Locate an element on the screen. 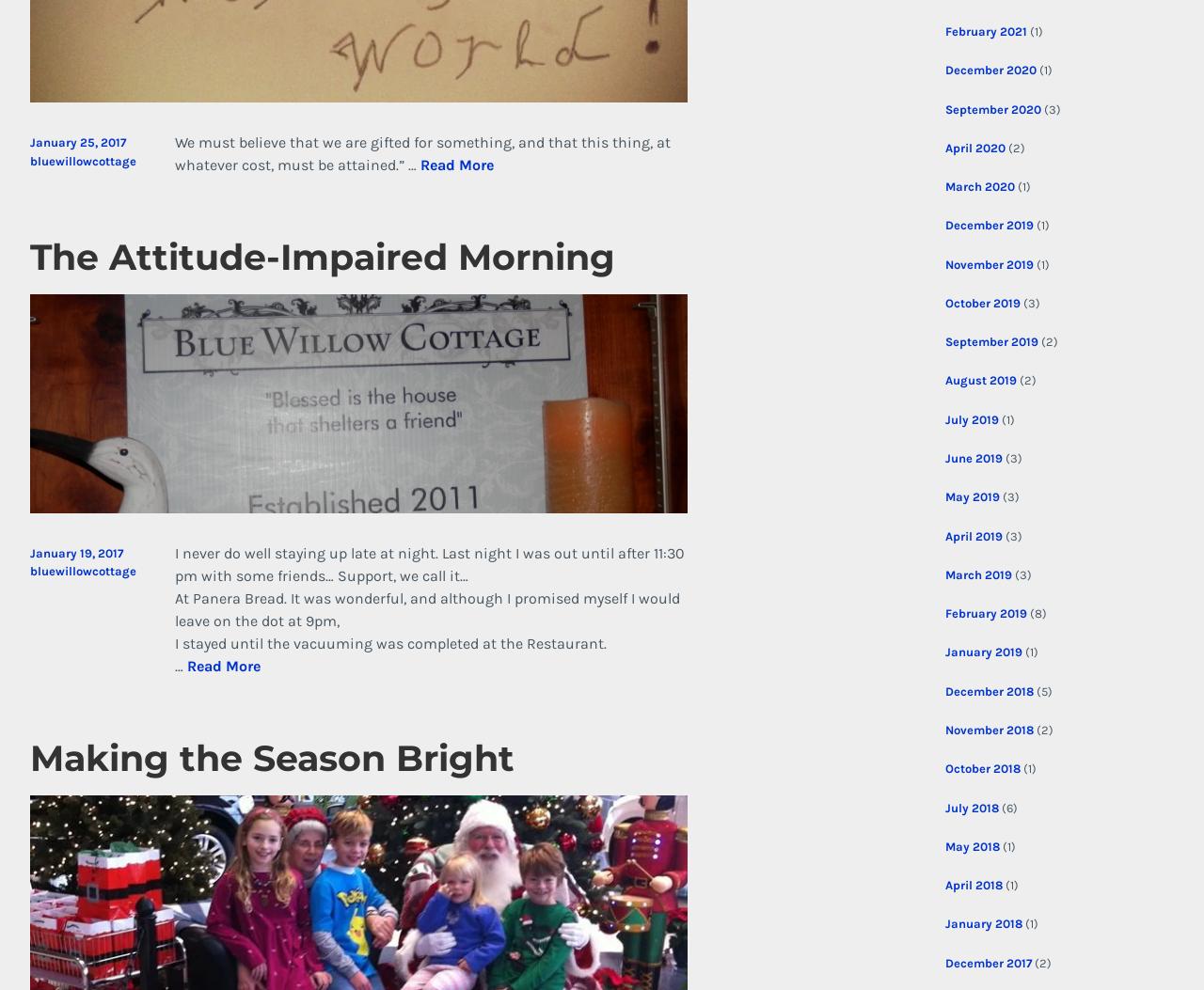 The width and height of the screenshot is (1204, 990). 'August 2019' is located at coordinates (944, 380).